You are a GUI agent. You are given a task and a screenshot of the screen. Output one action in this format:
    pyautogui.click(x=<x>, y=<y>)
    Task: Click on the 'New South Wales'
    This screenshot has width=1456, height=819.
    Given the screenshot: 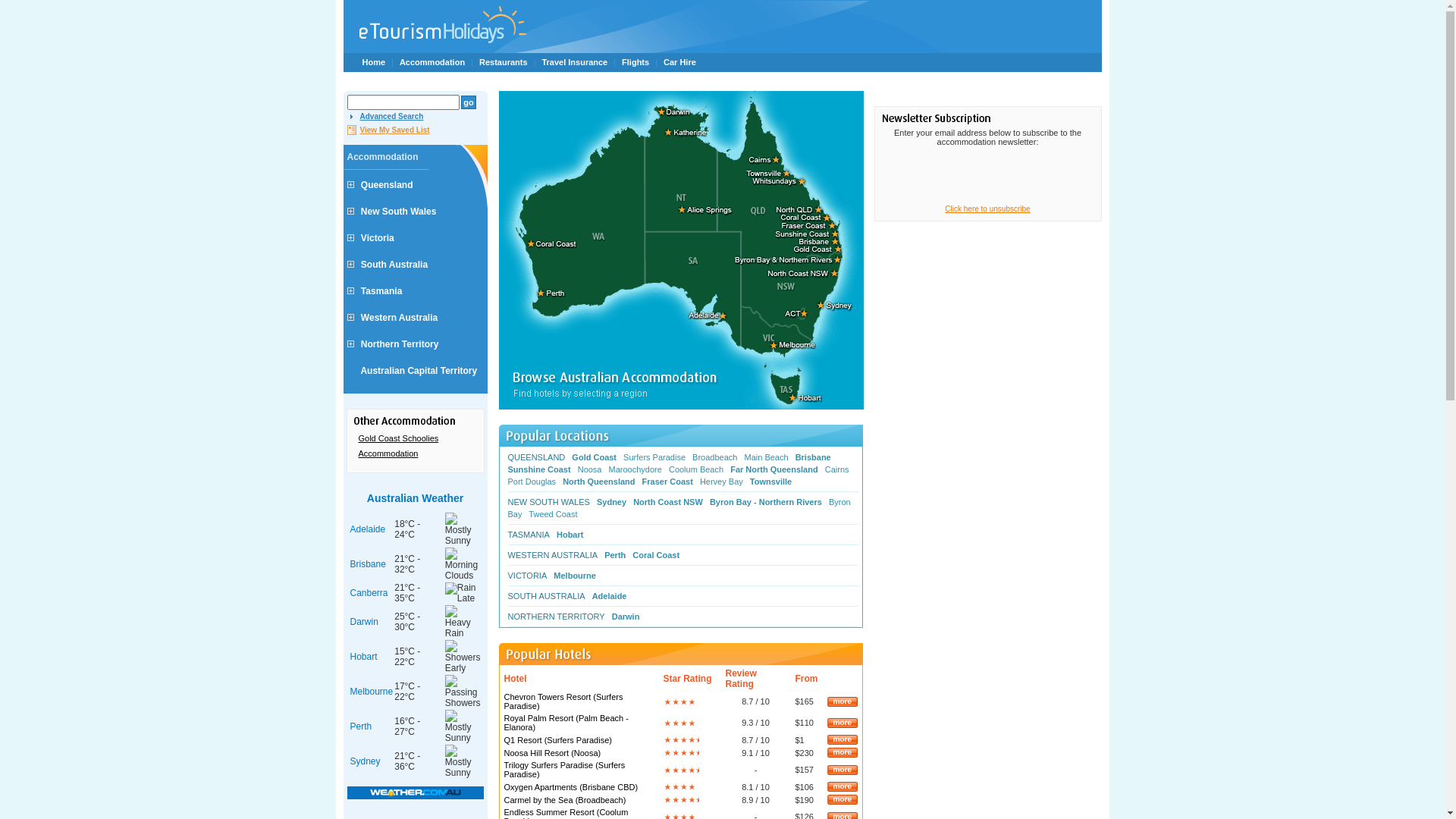 What is the action you would take?
    pyautogui.click(x=399, y=211)
    